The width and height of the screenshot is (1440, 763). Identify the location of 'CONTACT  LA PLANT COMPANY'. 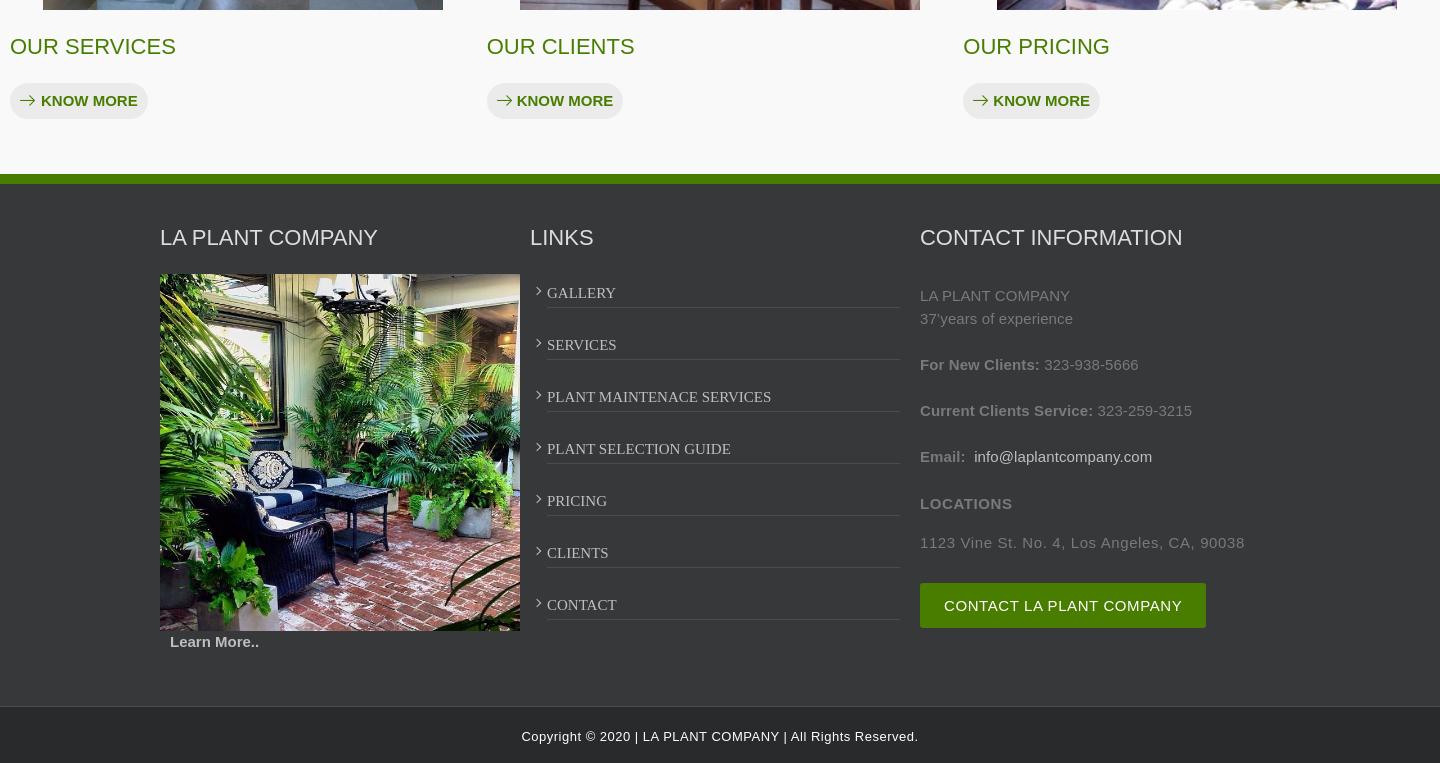
(943, 604).